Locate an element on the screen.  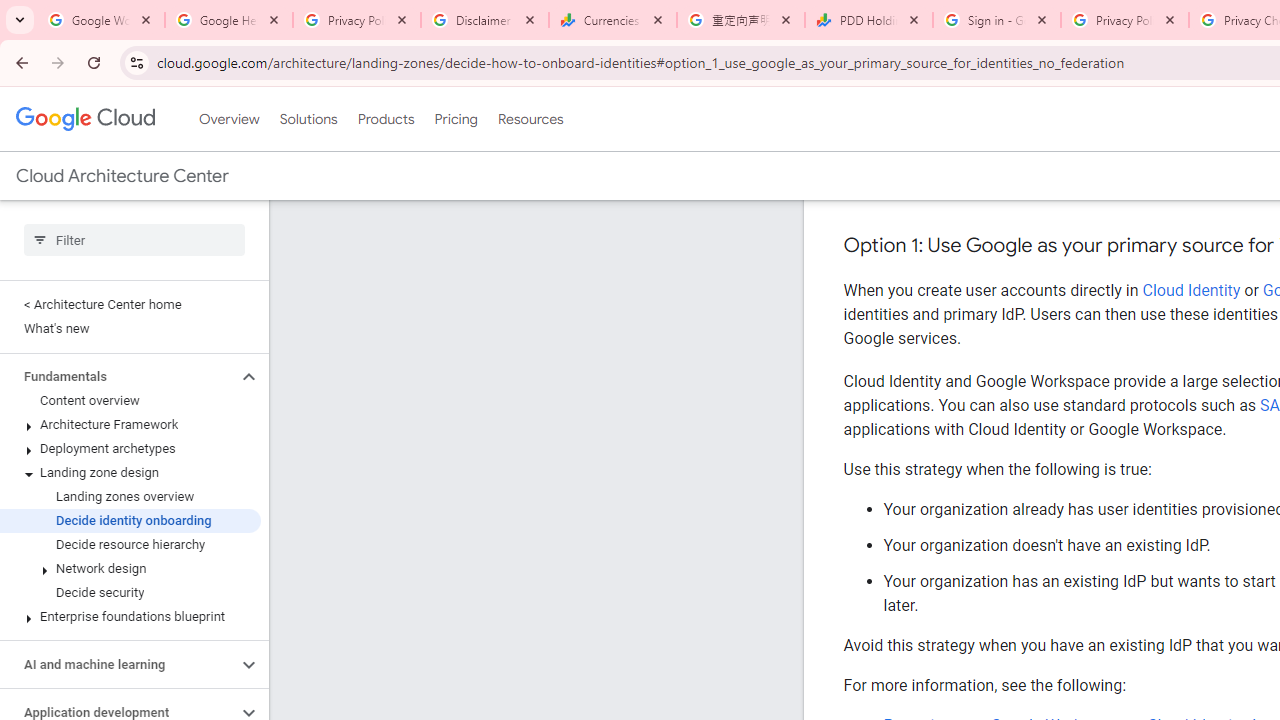
'Resources' is located at coordinates (530, 119).